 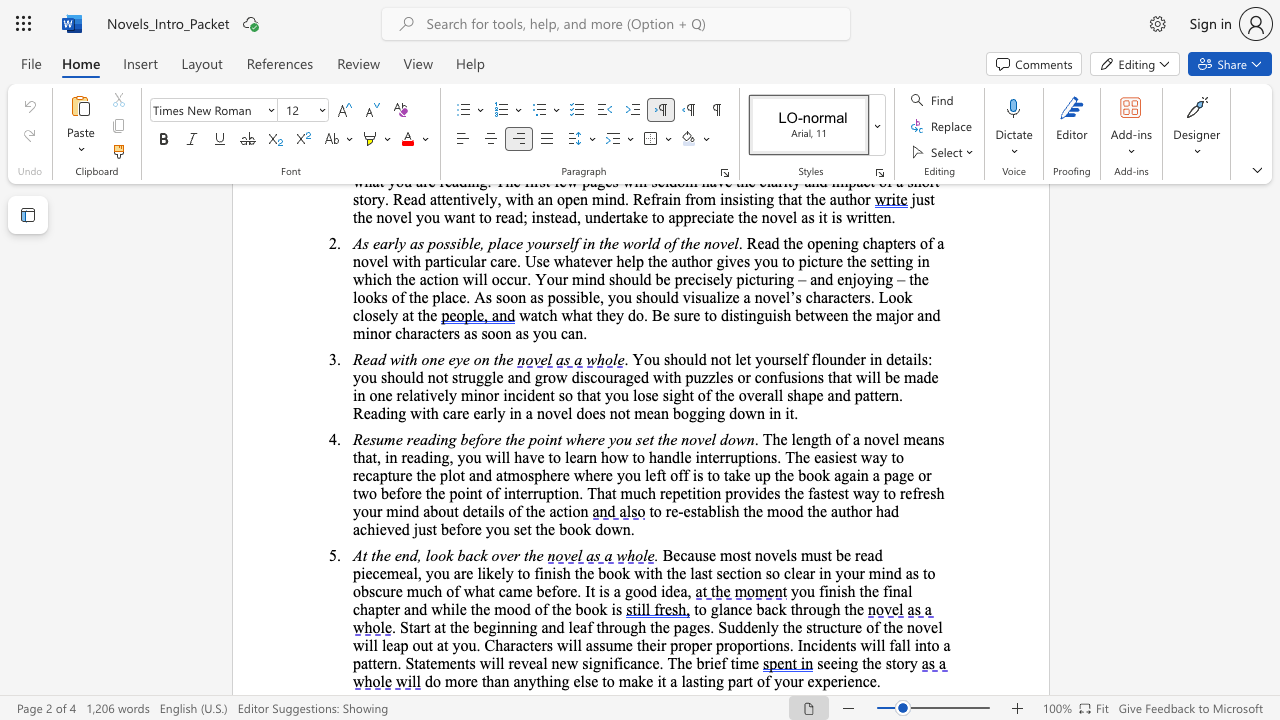 What do you see at coordinates (491, 555) in the screenshot?
I see `the subset text "over" within the text "At the end, look back over the"` at bounding box center [491, 555].